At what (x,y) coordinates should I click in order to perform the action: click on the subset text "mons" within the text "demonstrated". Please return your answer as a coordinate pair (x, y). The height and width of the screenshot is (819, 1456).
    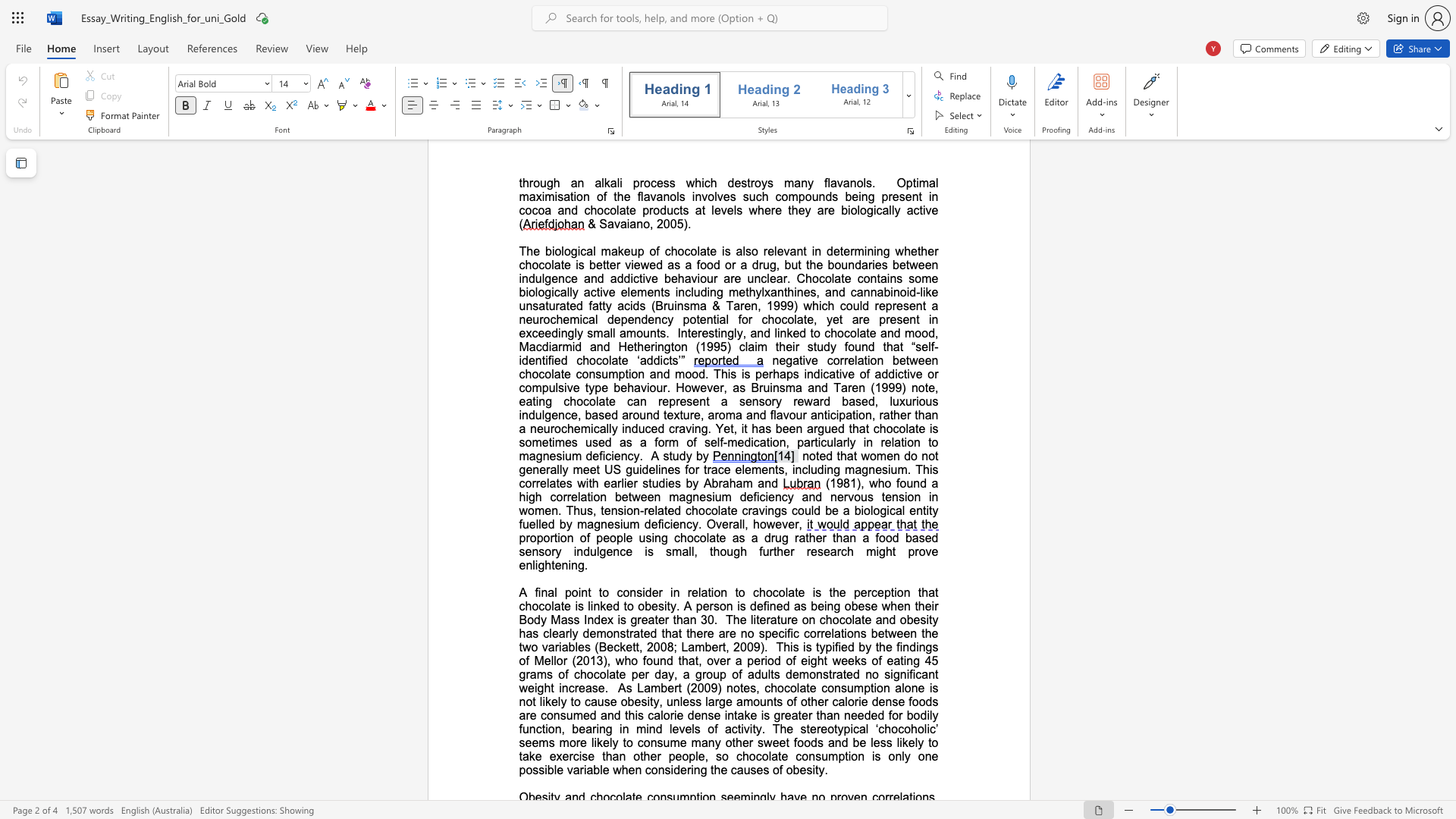
    Looking at the image, I should click on (798, 673).